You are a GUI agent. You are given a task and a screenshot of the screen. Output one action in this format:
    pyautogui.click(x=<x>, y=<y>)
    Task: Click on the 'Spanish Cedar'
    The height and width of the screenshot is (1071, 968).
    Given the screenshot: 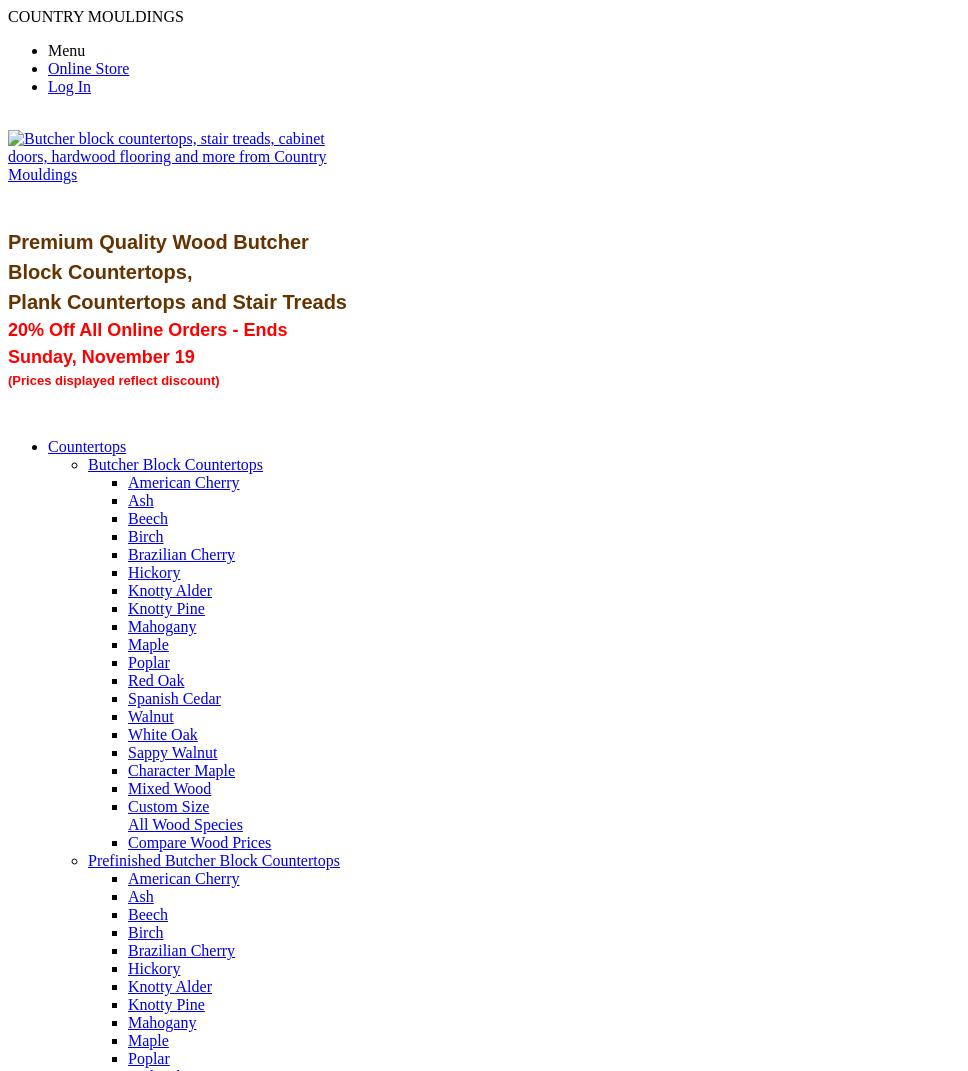 What is the action you would take?
    pyautogui.click(x=174, y=698)
    